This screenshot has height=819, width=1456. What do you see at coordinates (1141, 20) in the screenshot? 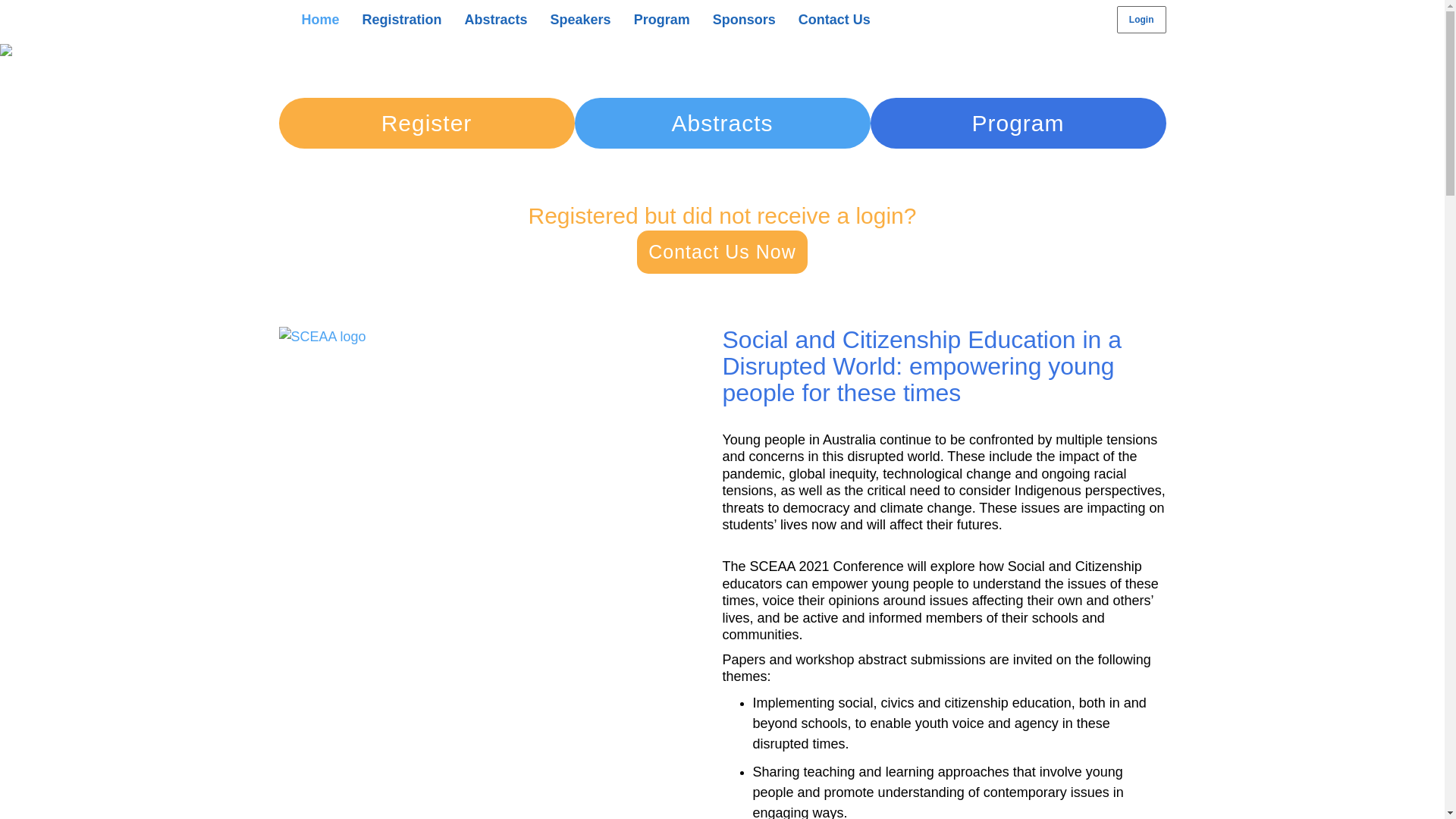
I see `'Login'` at bounding box center [1141, 20].